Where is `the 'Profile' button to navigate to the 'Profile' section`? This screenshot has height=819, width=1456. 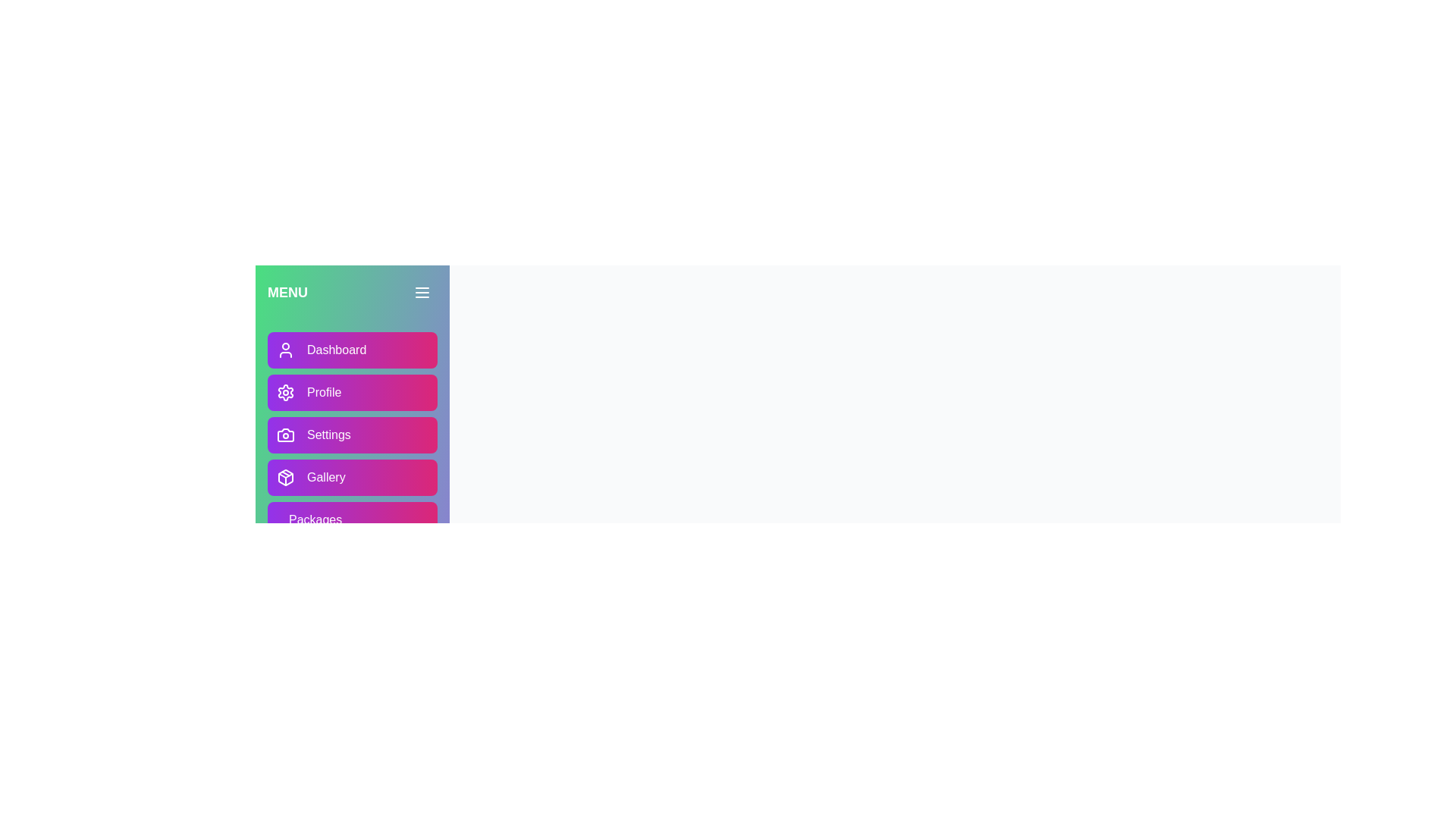
the 'Profile' button to navigate to the 'Profile' section is located at coordinates (352, 391).